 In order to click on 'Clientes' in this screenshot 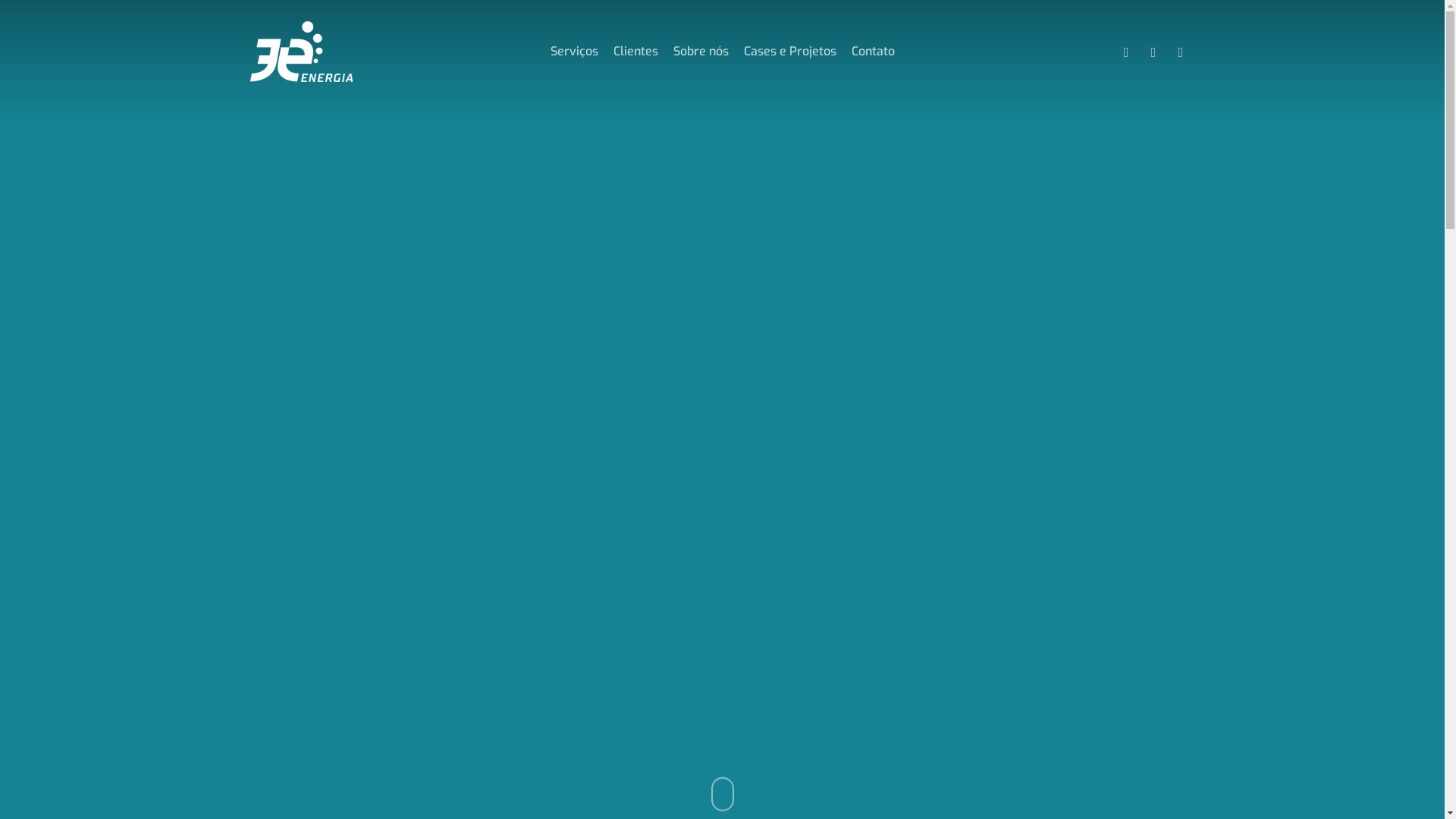, I will do `click(635, 51)`.